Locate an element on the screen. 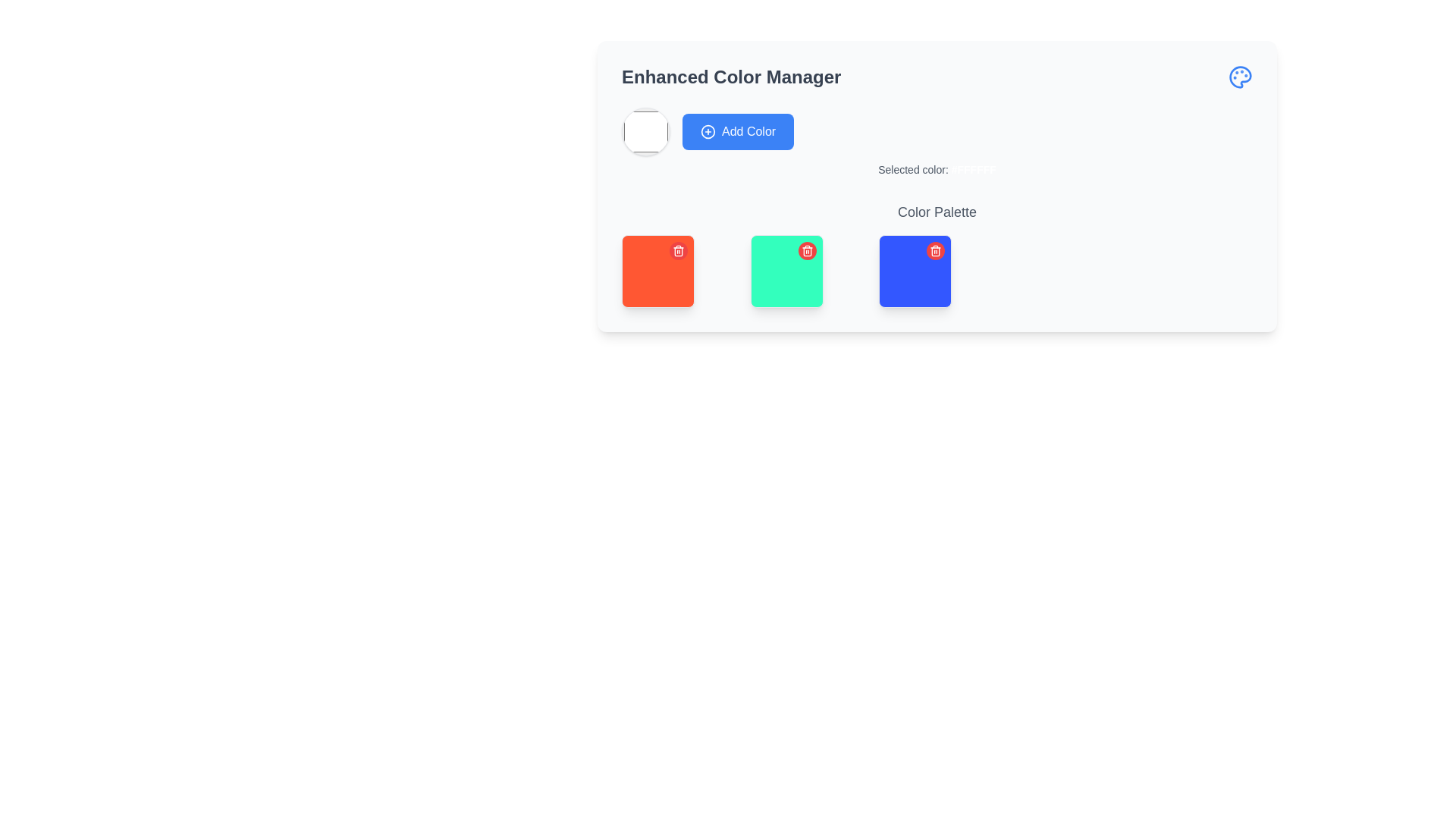  the 'Add Color' button, which is a blue rectangular button with white text and rounded corners, located below the 'Enhanced Color Manager' heading is located at coordinates (738, 130).